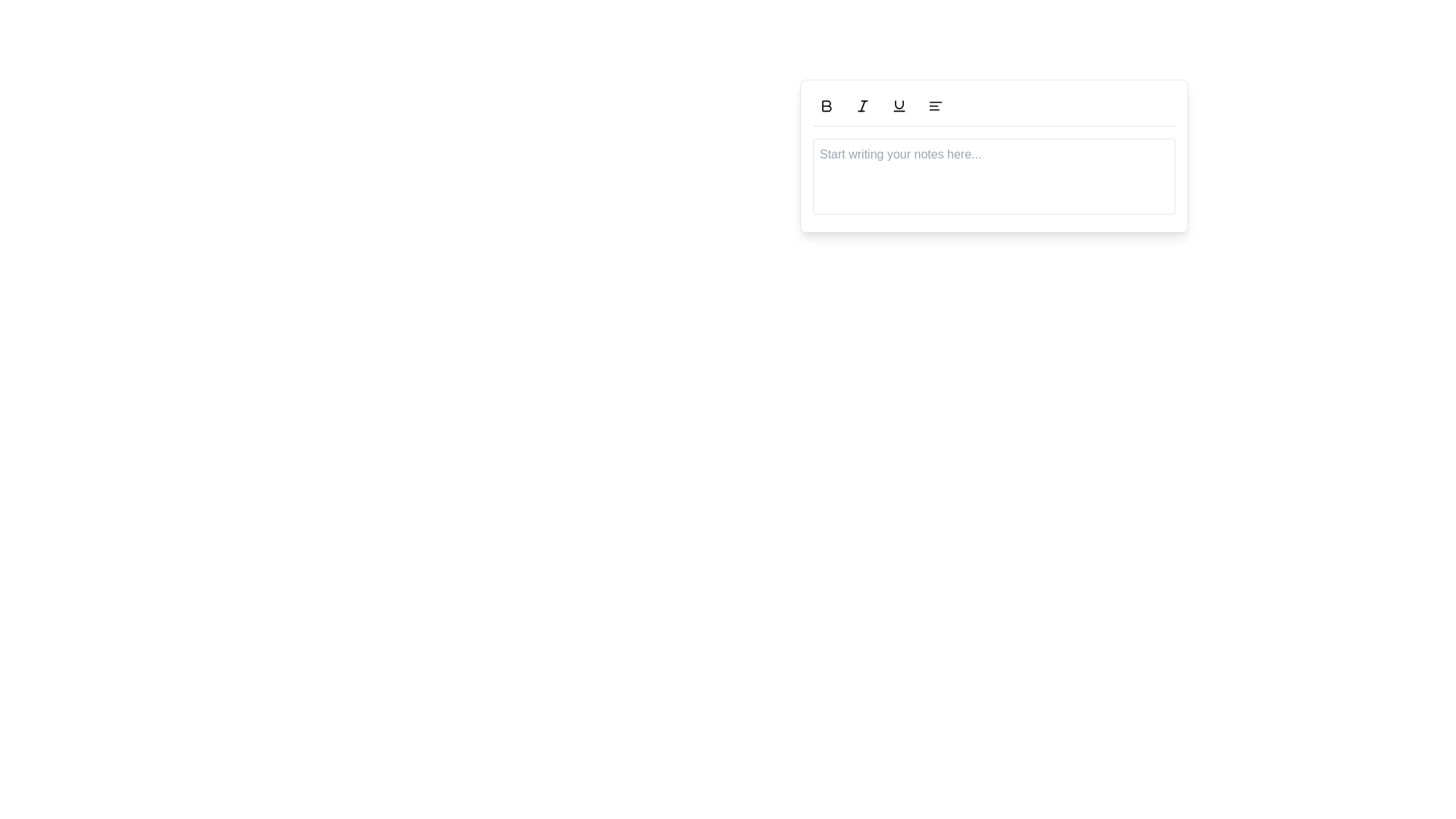  Describe the element at coordinates (862, 105) in the screenshot. I see `the italic formatting button located in the toolbar of the note editing interface, which is the second button between the bold and underline buttons` at that location.